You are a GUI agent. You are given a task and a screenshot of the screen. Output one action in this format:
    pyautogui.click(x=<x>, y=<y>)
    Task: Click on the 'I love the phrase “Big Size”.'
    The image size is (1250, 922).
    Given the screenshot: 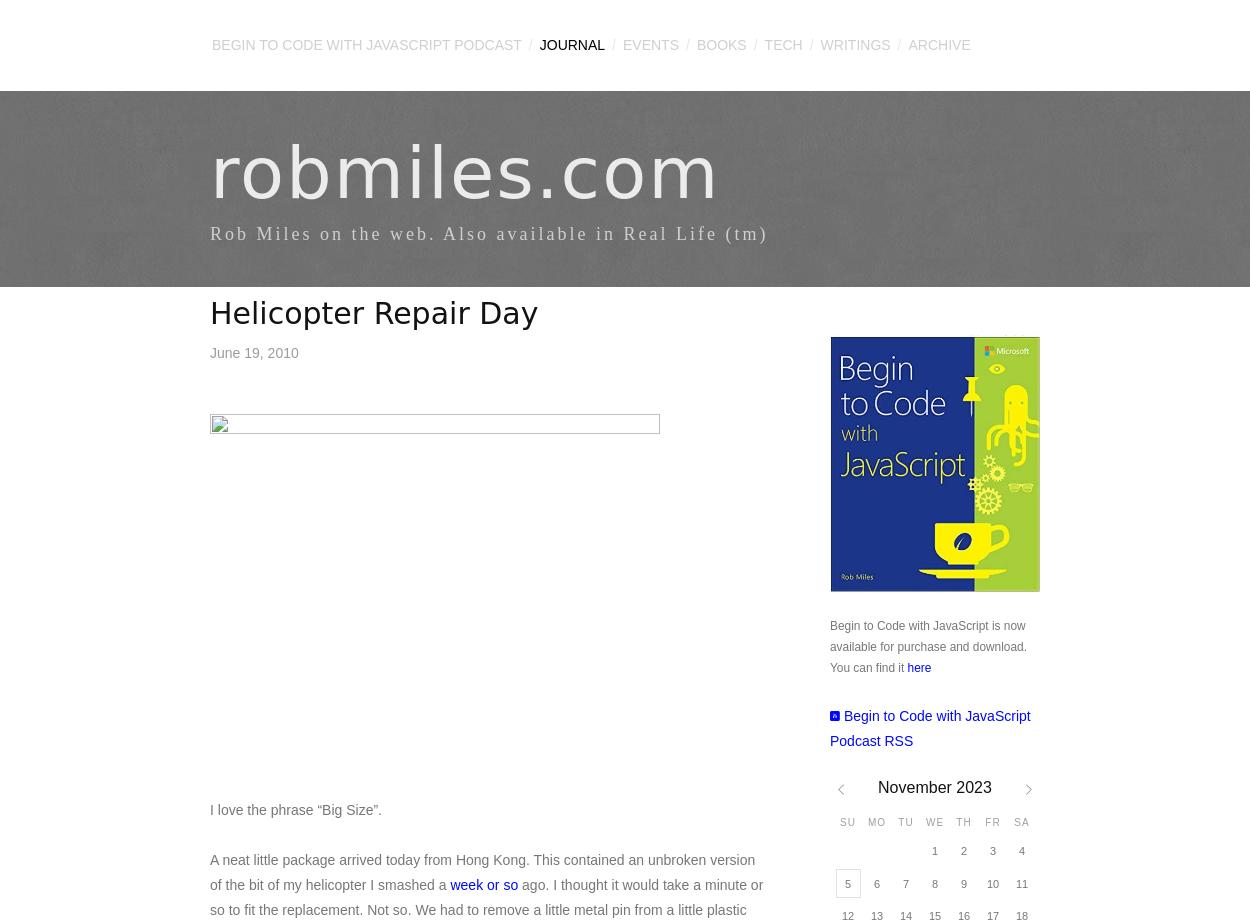 What is the action you would take?
    pyautogui.click(x=295, y=808)
    